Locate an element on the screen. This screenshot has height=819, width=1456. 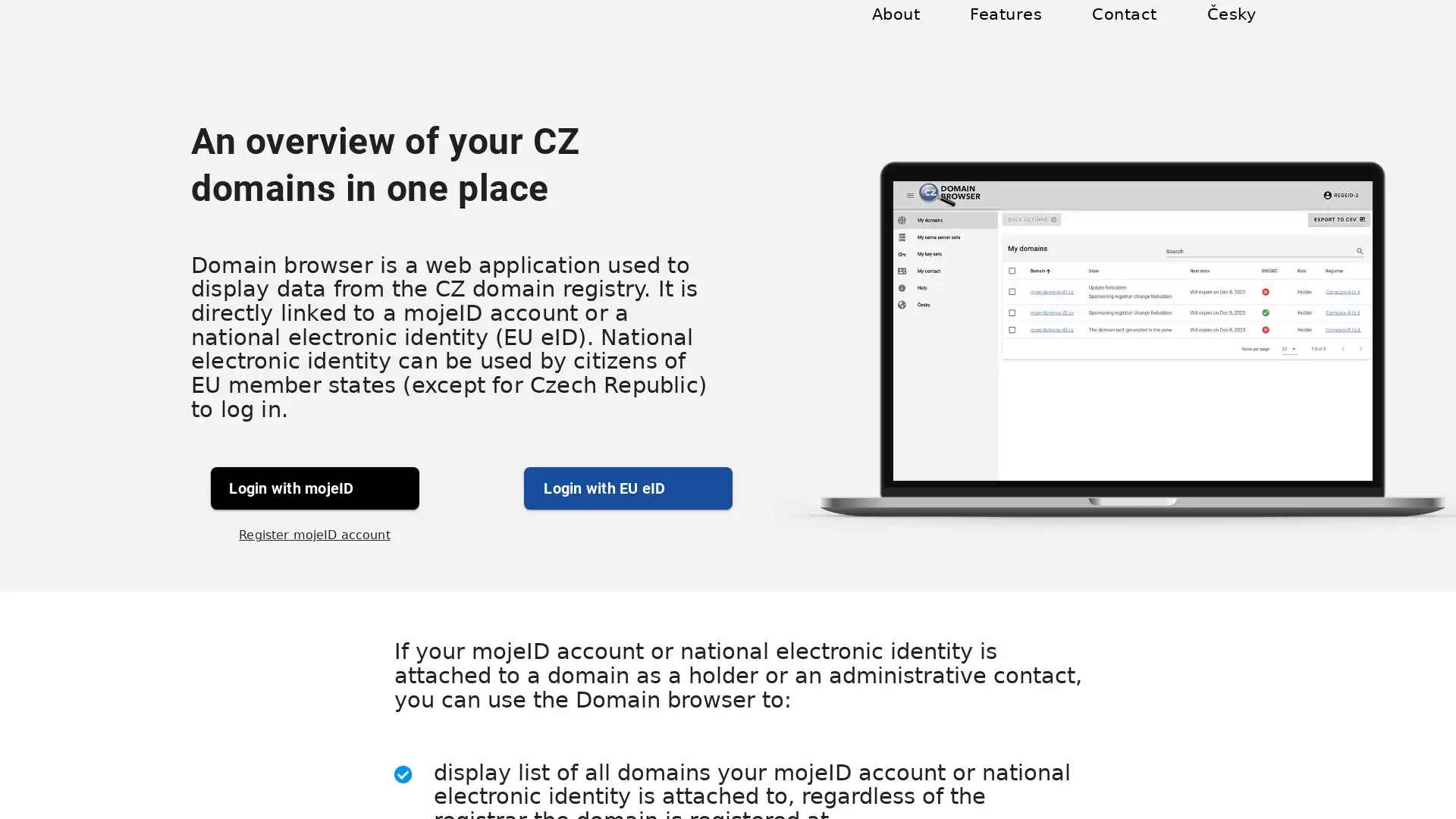
Cesky is located at coordinates (1232, 32).